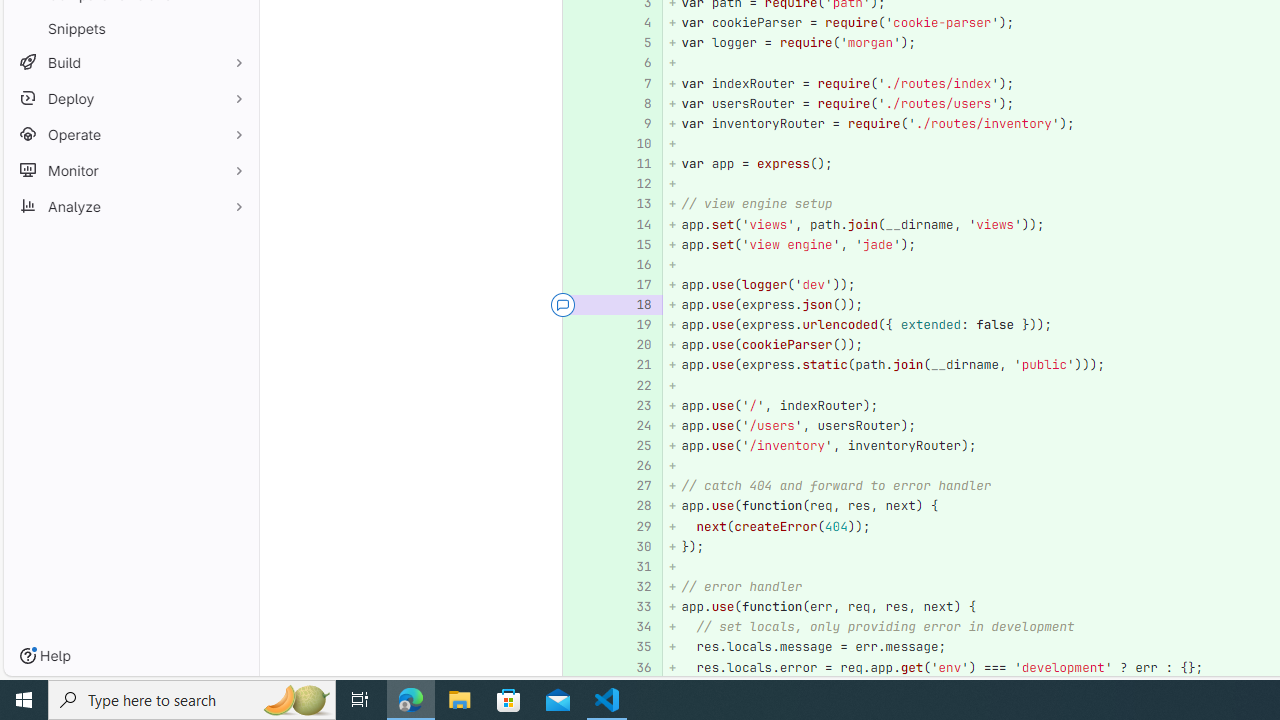  What do you see at coordinates (633, 62) in the screenshot?
I see `'6'` at bounding box center [633, 62].